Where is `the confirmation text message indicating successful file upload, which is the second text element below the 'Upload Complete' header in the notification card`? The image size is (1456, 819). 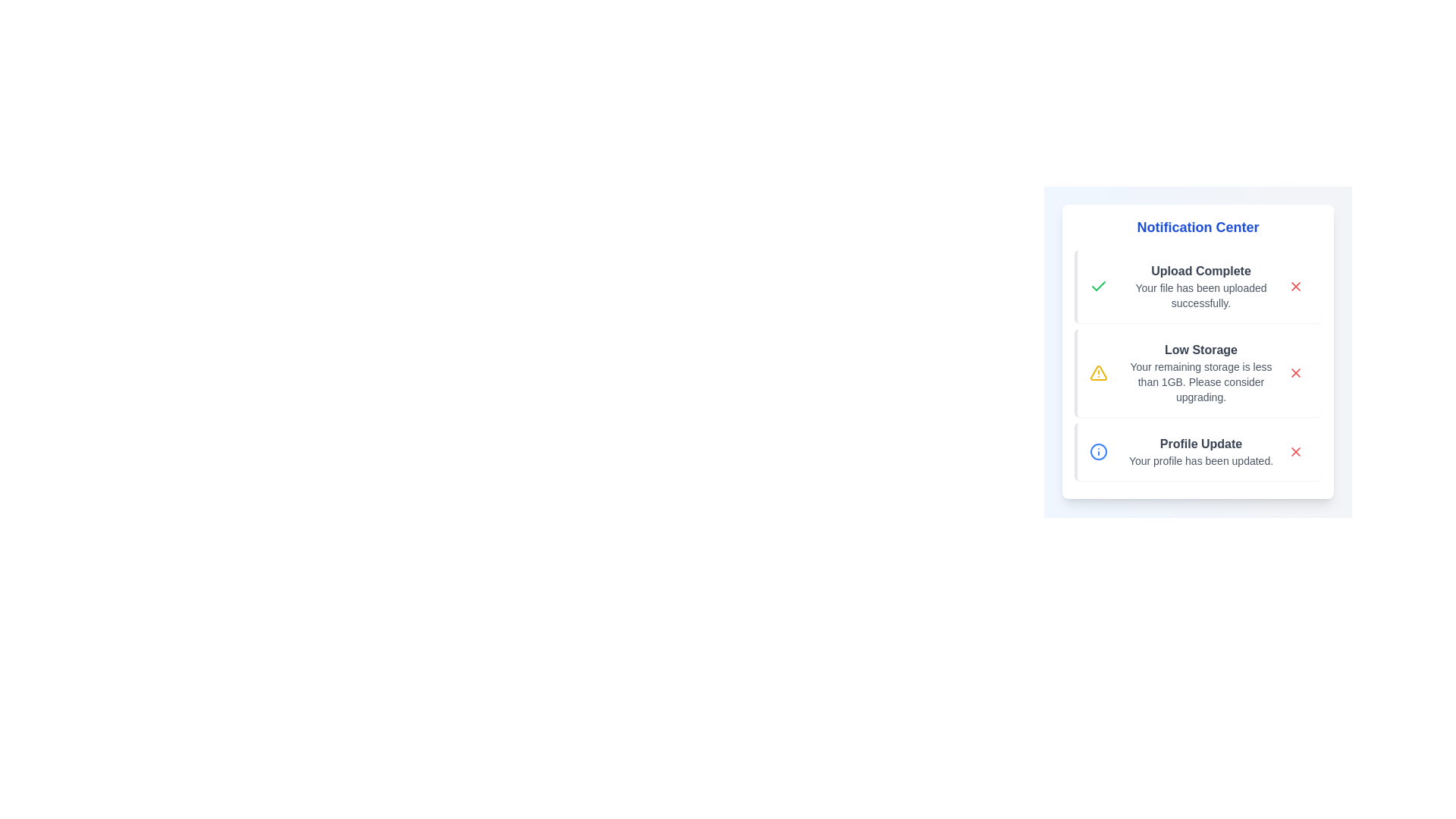
the confirmation text message indicating successful file upload, which is the second text element below the 'Upload Complete' header in the notification card is located at coordinates (1200, 295).